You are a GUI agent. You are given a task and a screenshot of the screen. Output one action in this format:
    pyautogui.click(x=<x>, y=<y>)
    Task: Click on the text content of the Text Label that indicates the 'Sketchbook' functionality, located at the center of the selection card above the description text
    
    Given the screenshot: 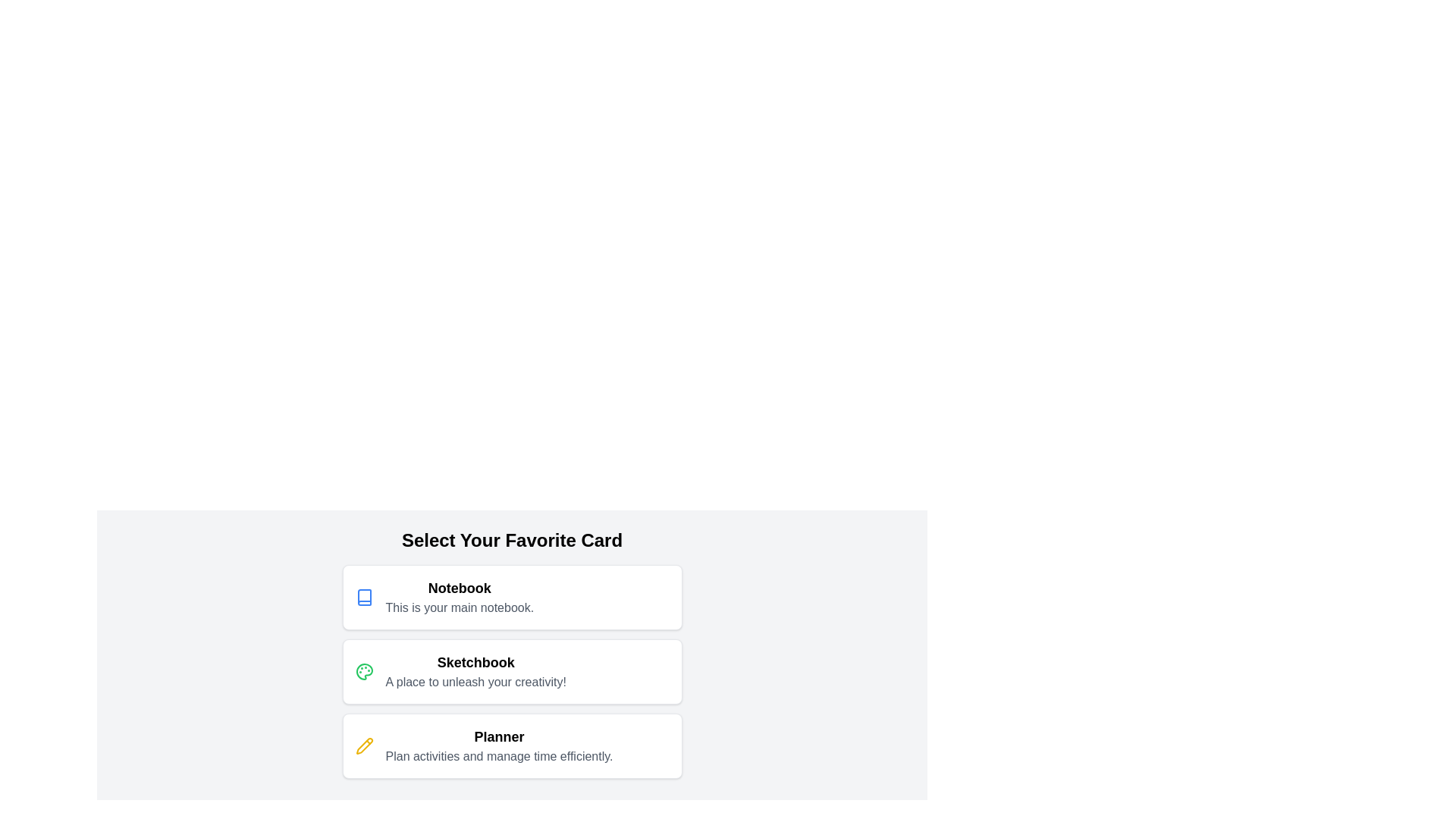 What is the action you would take?
    pyautogui.click(x=475, y=662)
    